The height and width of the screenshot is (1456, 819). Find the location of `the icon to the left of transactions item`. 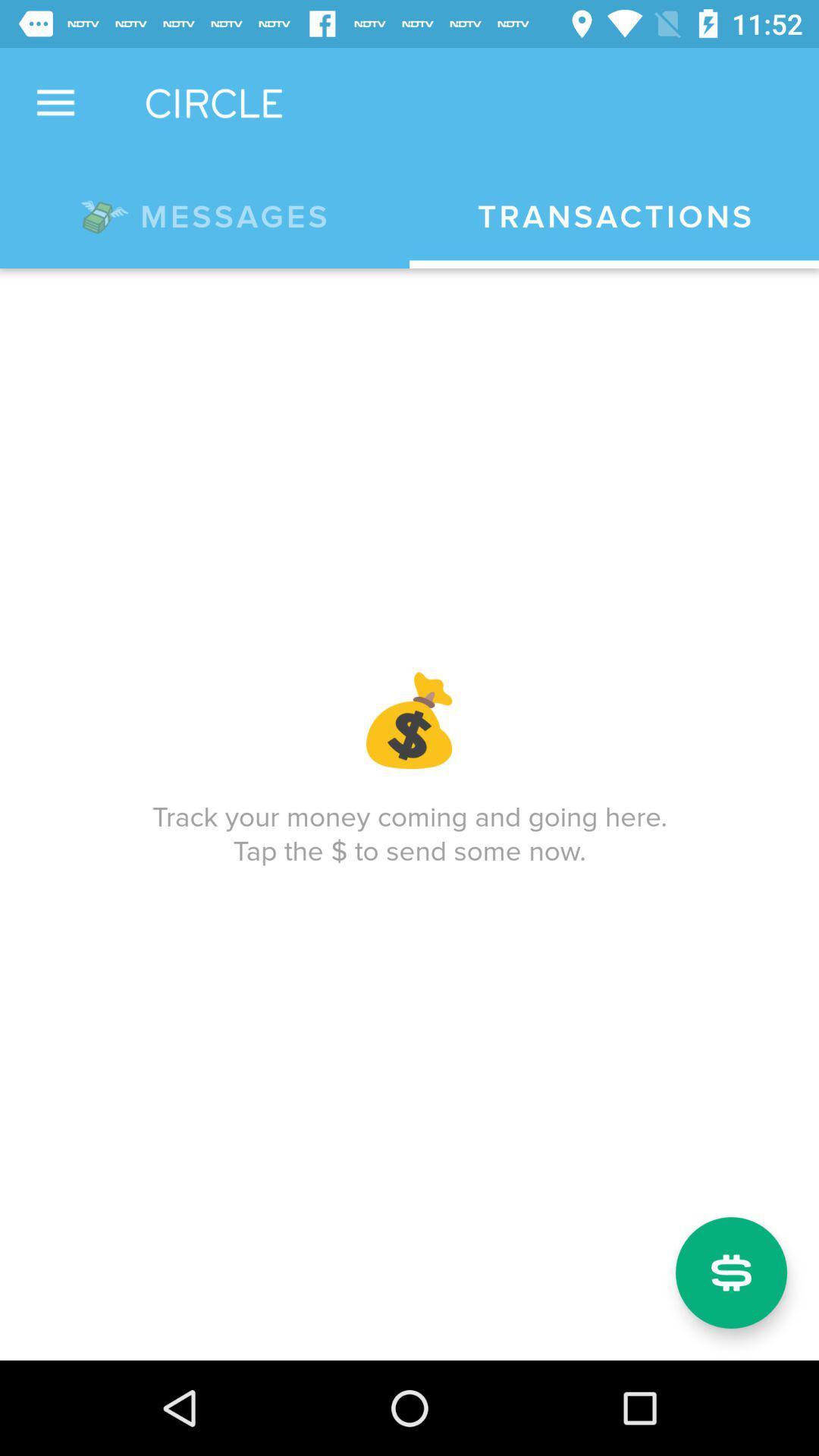

the icon to the left of transactions item is located at coordinates (205, 213).